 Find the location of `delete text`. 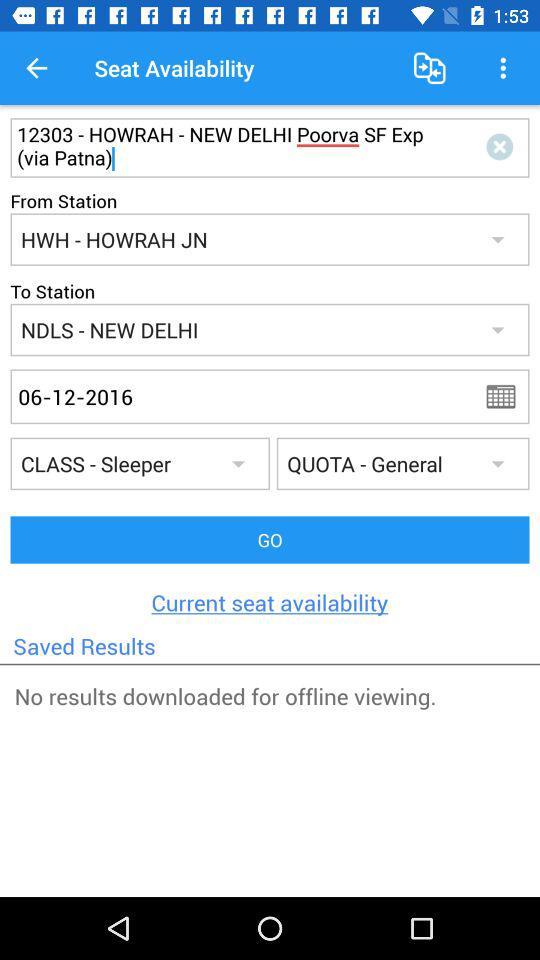

delete text is located at coordinates (502, 146).